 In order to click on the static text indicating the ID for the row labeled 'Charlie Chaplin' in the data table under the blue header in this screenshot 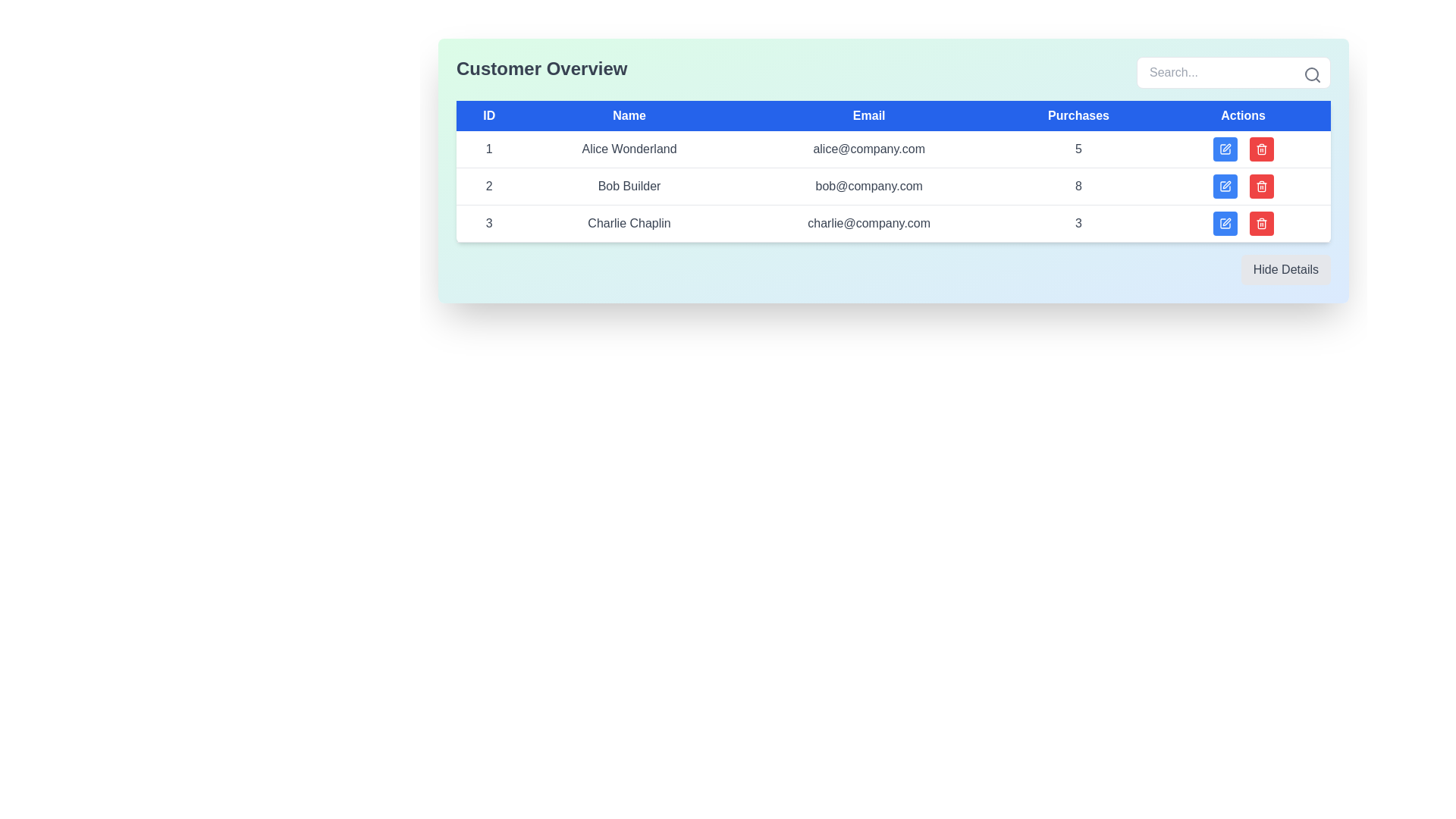, I will do `click(489, 223)`.